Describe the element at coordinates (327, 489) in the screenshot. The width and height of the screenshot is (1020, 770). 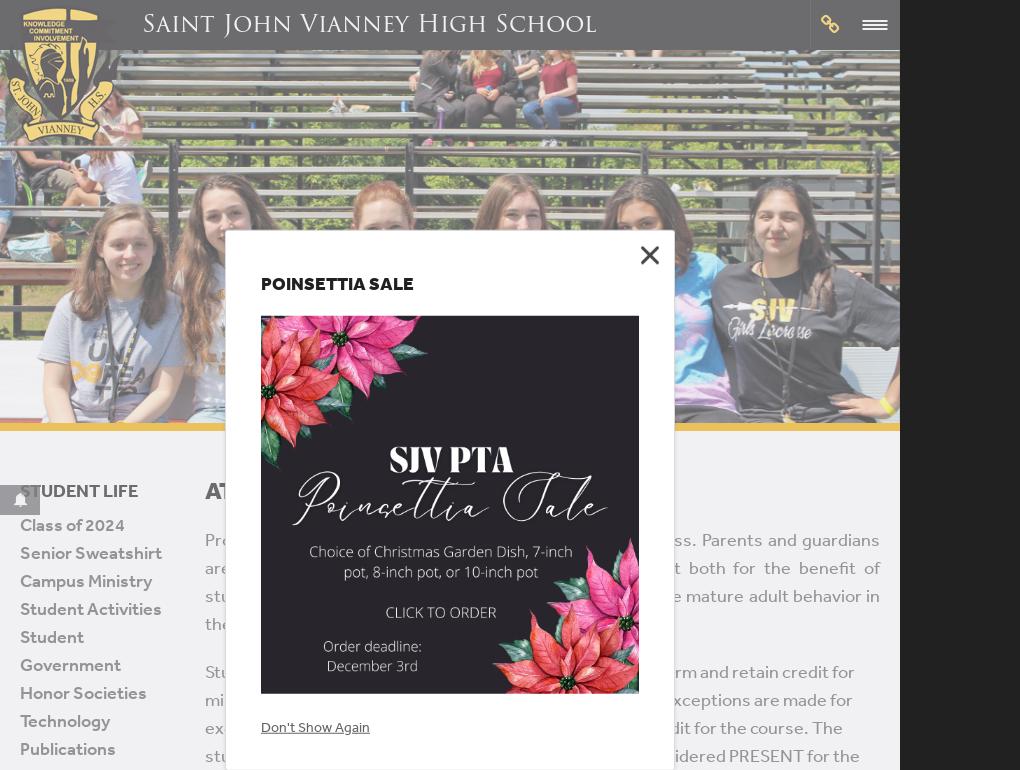
I see `'Attendance Policy'` at that location.